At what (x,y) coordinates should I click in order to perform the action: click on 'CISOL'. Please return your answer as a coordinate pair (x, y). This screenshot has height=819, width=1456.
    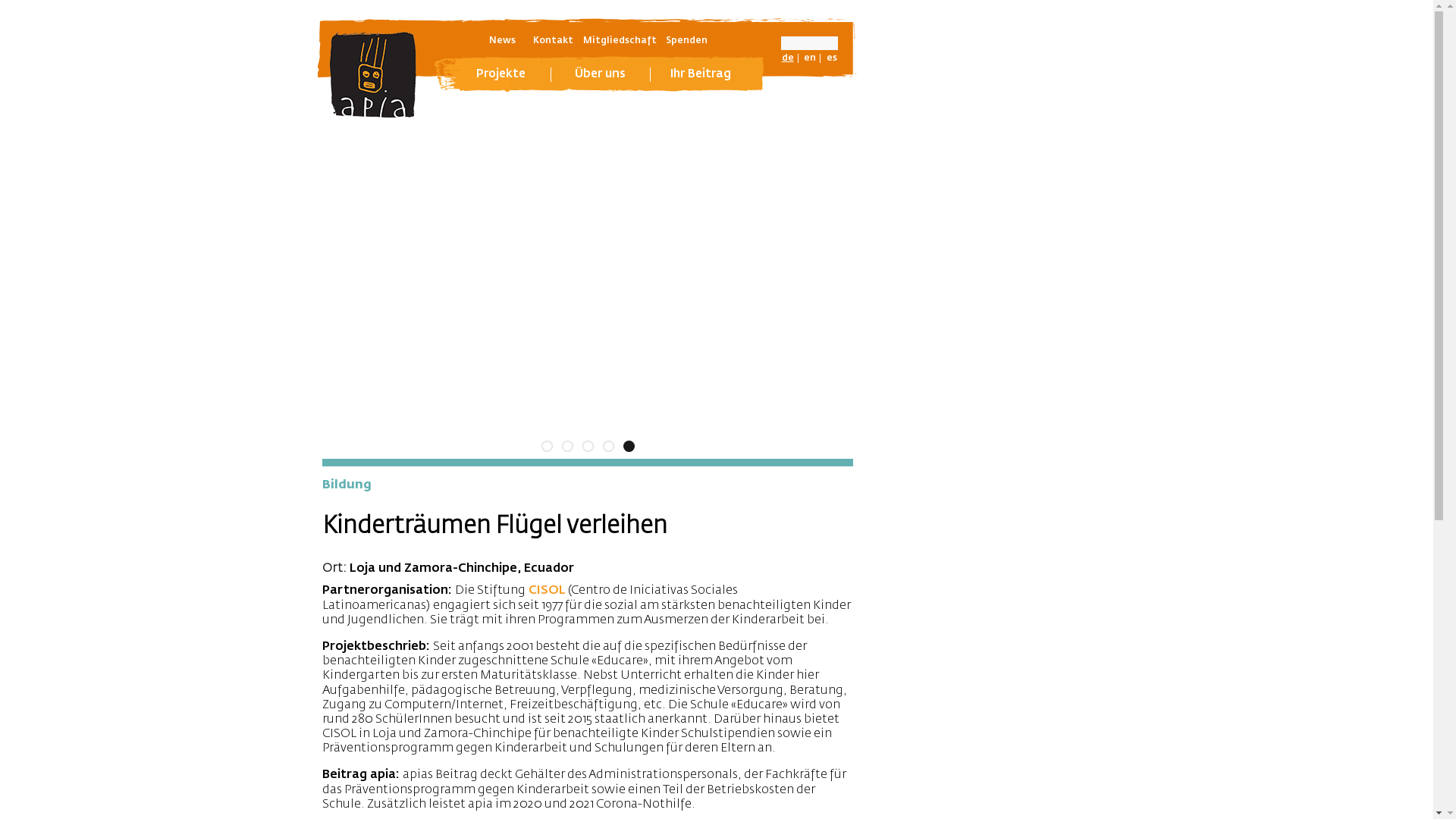
    Looking at the image, I should click on (546, 590).